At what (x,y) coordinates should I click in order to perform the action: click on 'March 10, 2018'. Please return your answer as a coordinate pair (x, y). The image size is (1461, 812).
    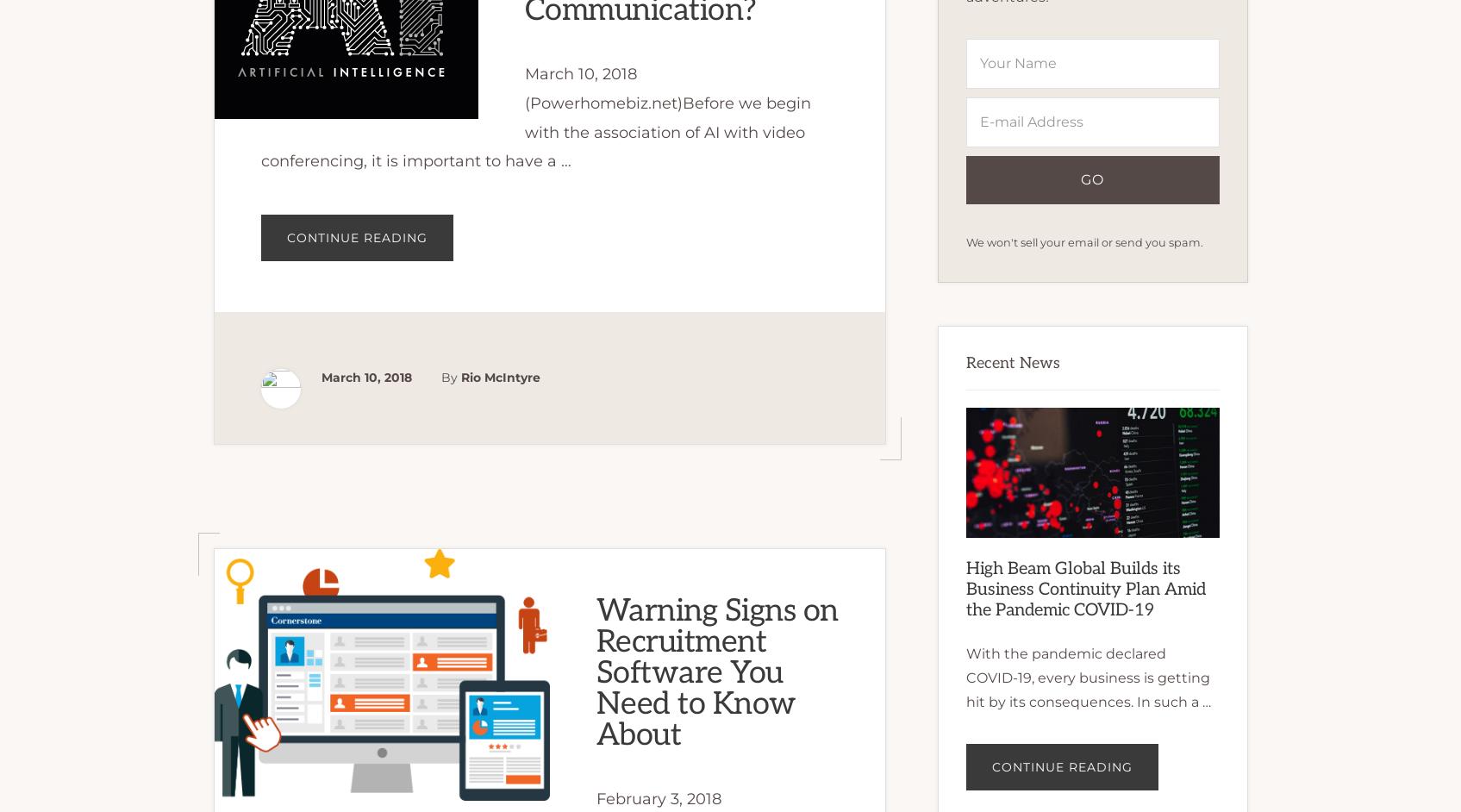
    Looking at the image, I should click on (365, 375).